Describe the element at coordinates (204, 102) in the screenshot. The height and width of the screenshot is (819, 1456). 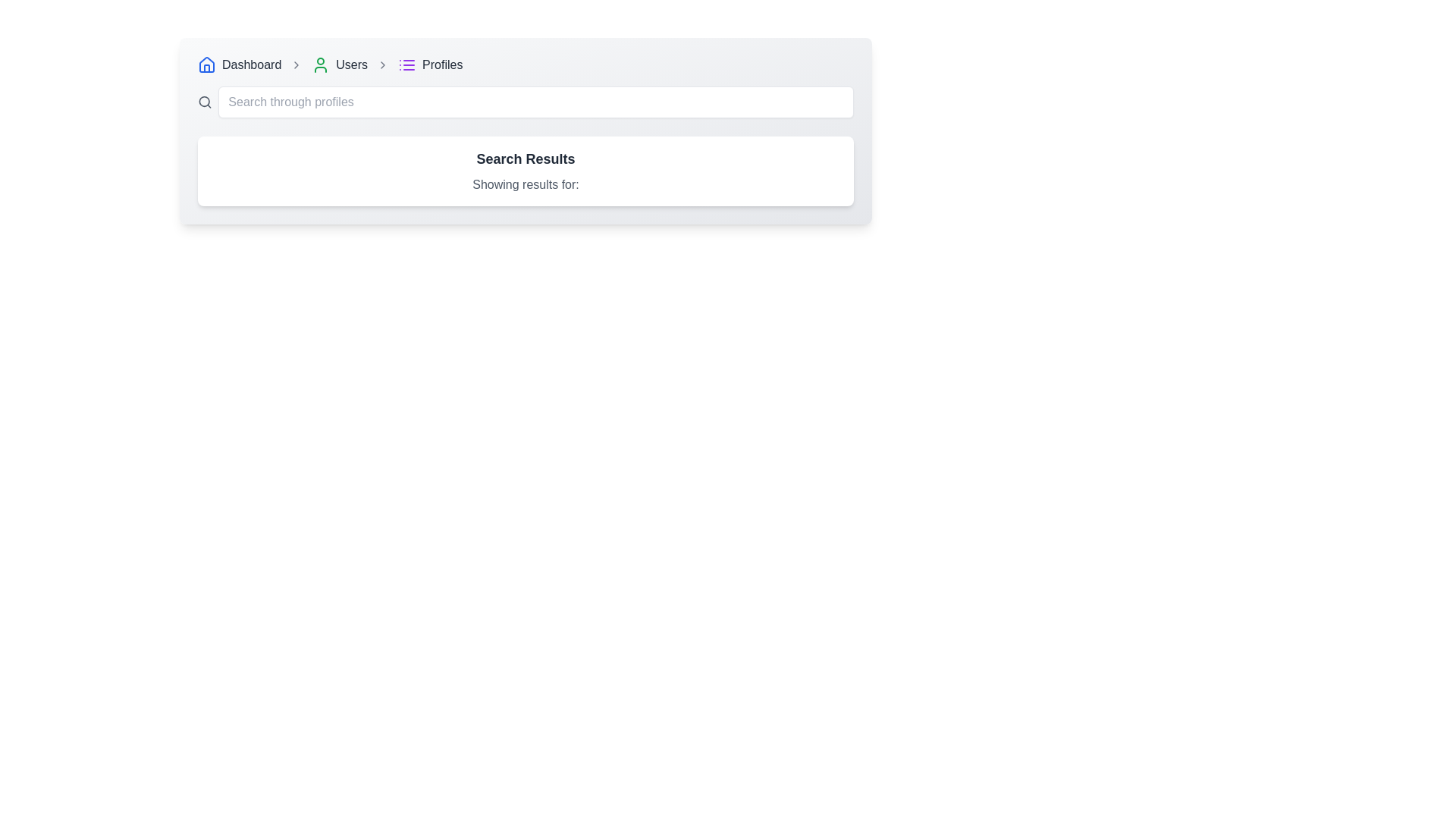
I see `the magnifying glass icon, which is a gray circular lens with a handle, located to the left of a text input field` at that location.